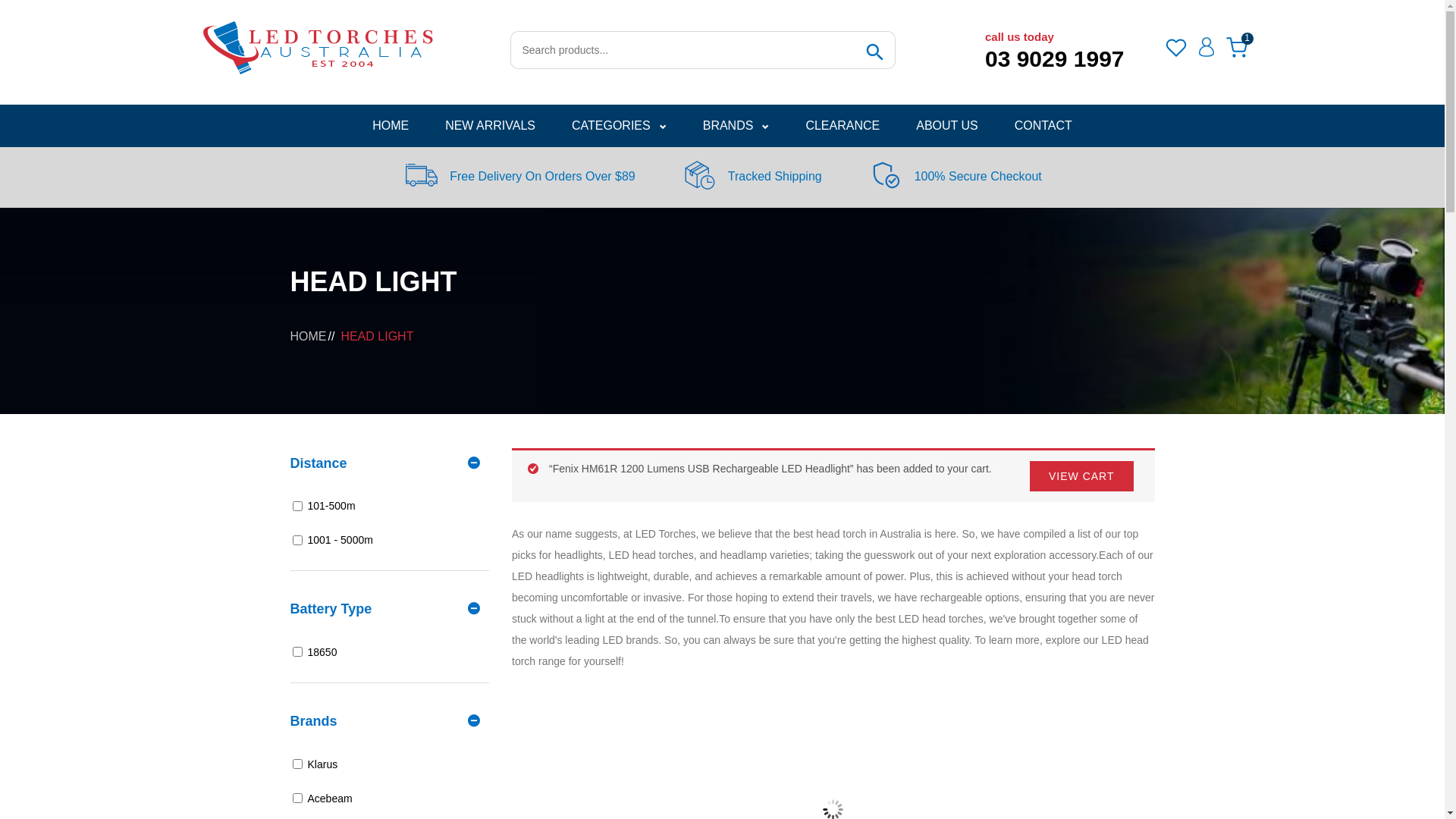 The height and width of the screenshot is (819, 1456). What do you see at coordinates (619, 124) in the screenshot?
I see `'CATEGORIES'` at bounding box center [619, 124].